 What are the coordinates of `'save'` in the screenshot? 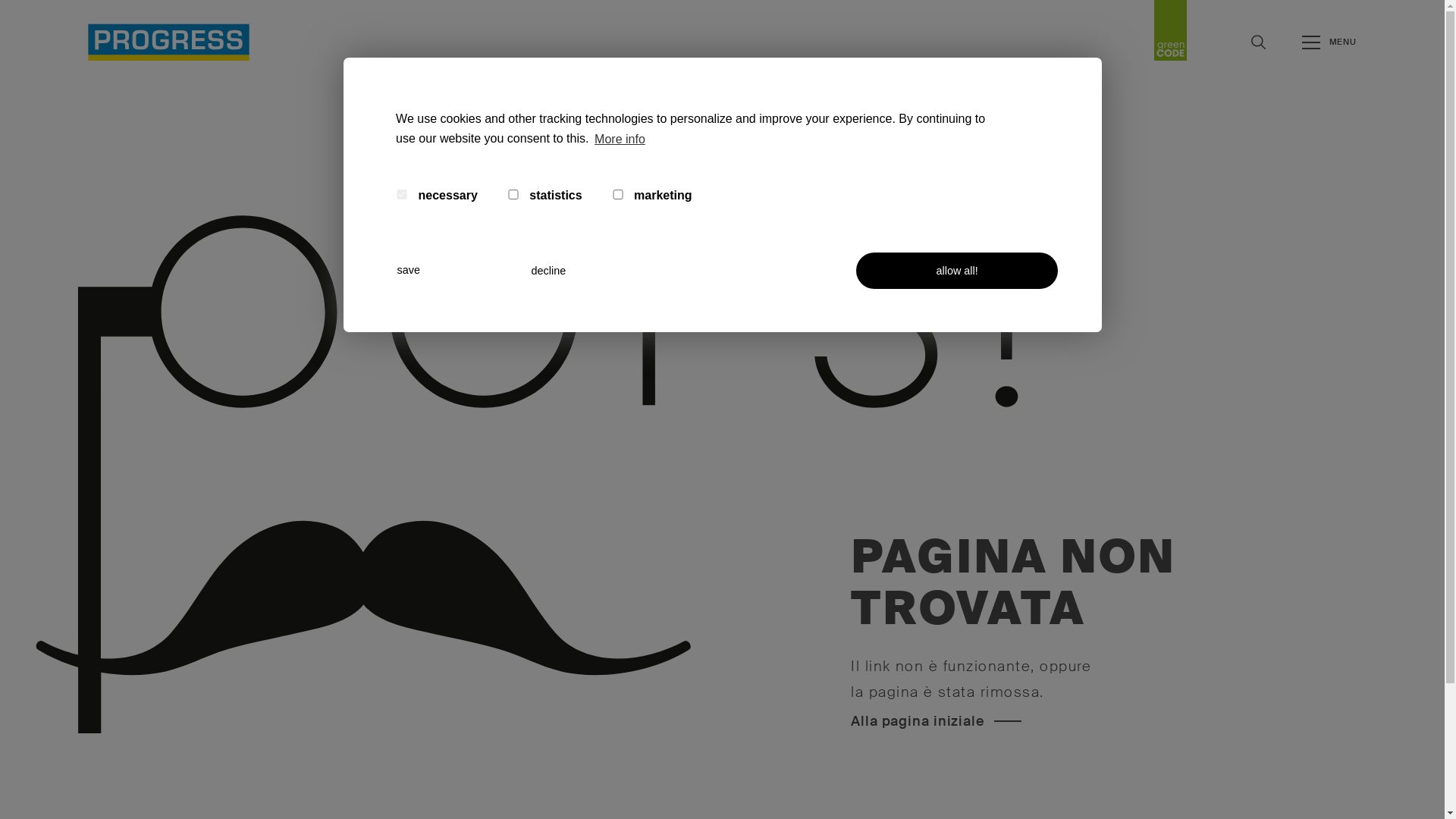 It's located at (453, 269).